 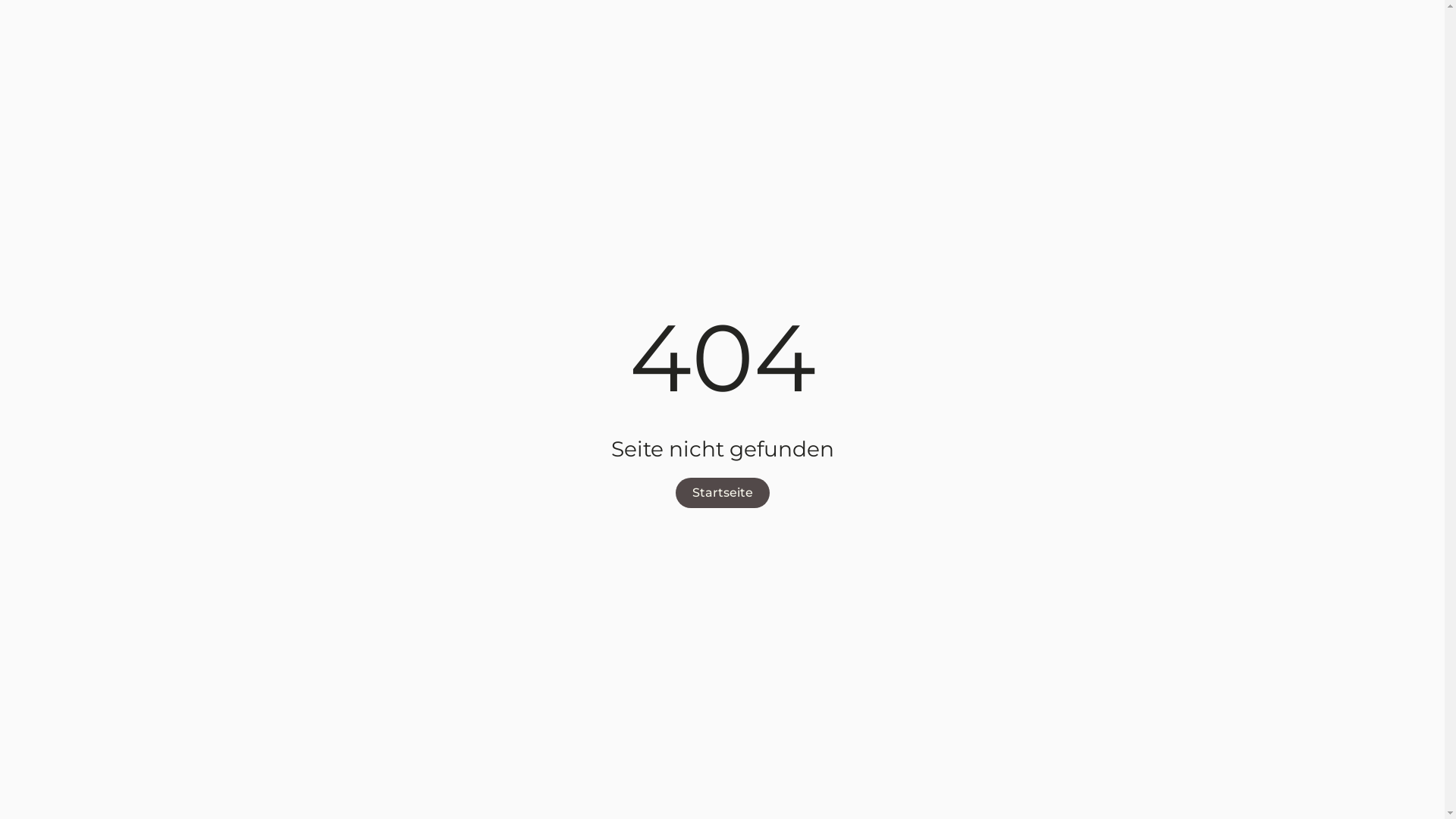 I want to click on 'Startseite', so click(x=720, y=493).